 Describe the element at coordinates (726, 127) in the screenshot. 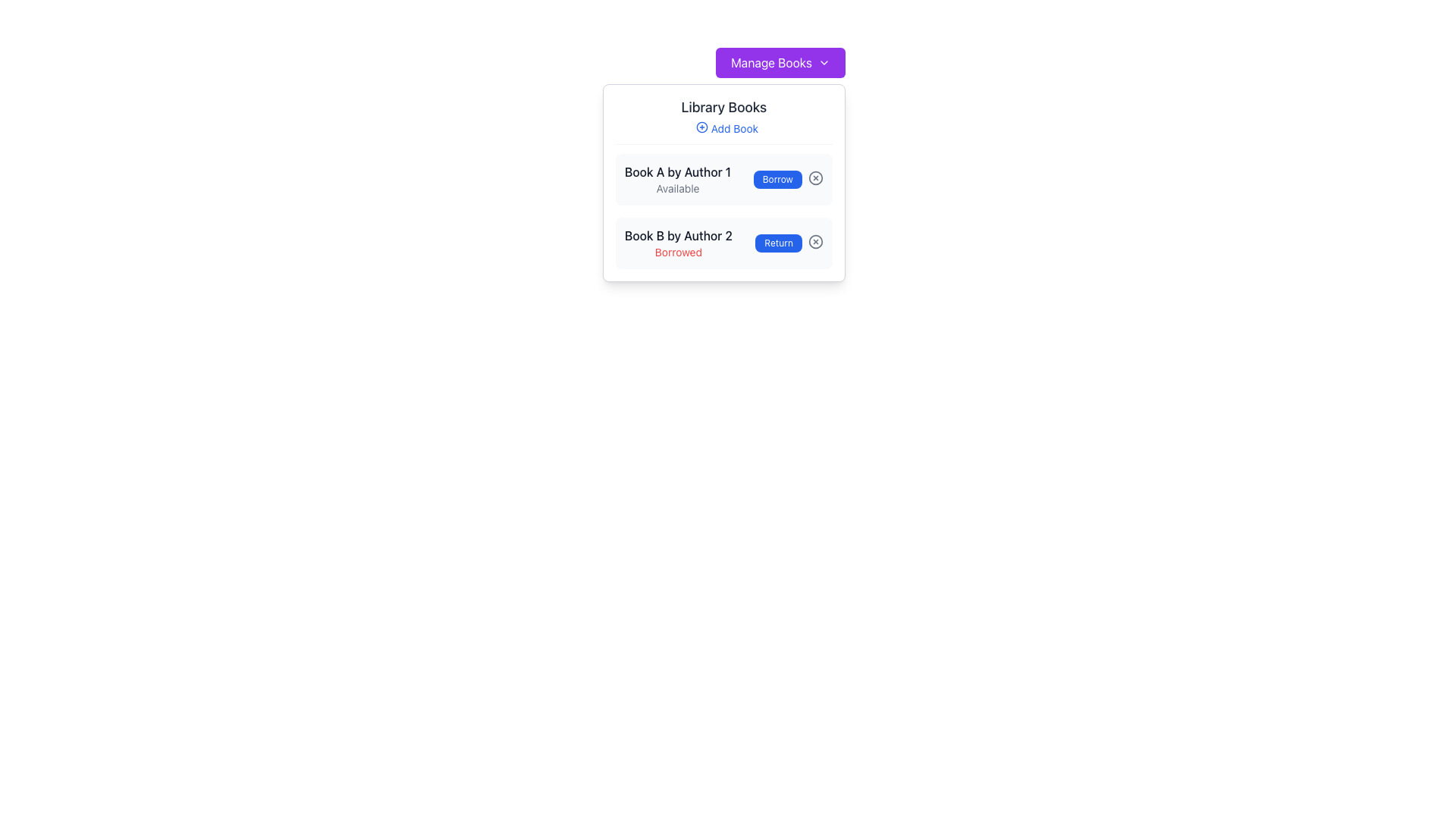

I see `the interactive button labeled 'Add Book' which features a blue styled text and an adjacent circular plus icon for visual feedback` at that location.